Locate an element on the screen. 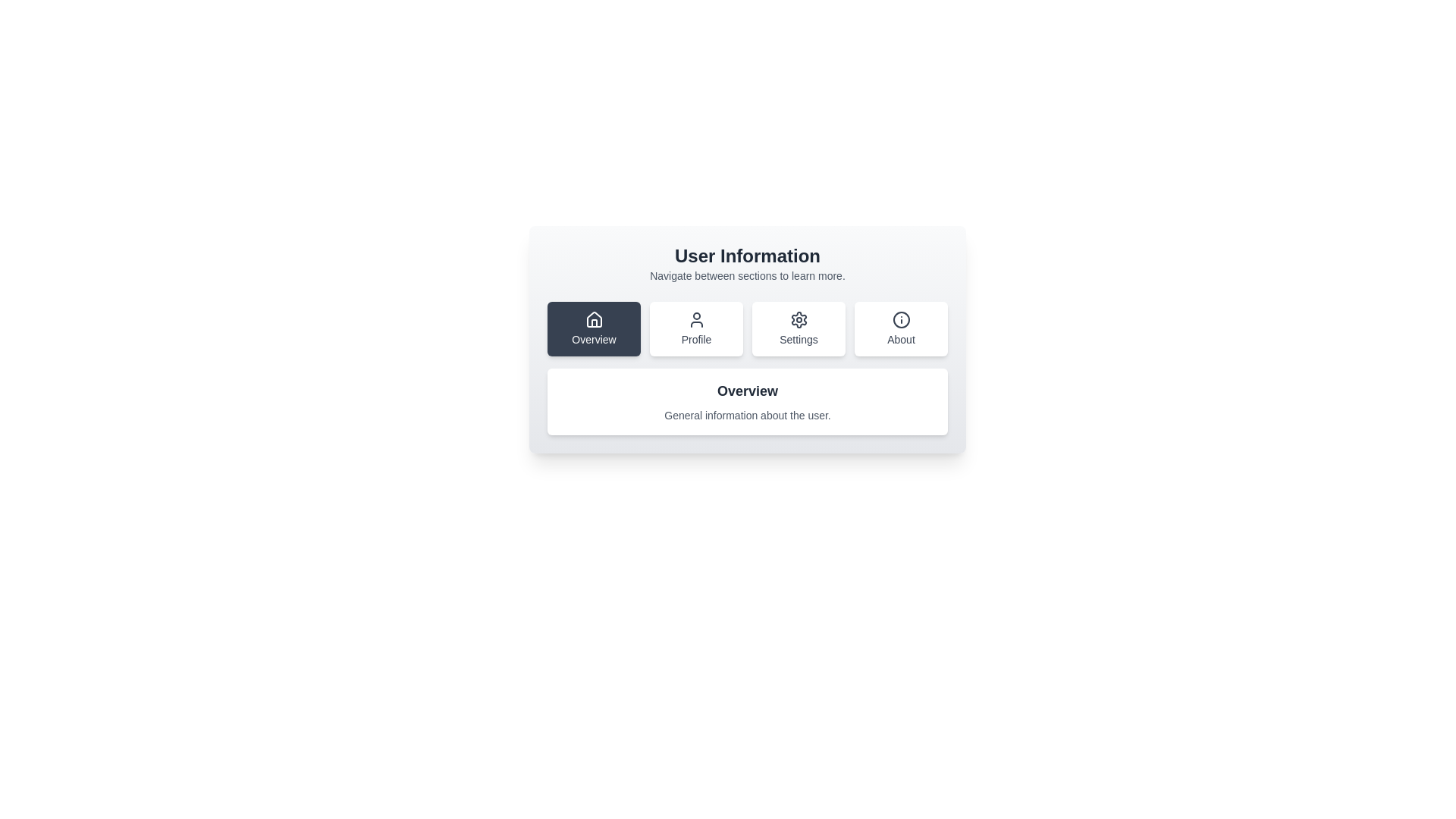  the circular component of the 'About' icon located in the navigation bar, which is the fourth item in the row of buttons under the 'User Information' header is located at coordinates (901, 318).